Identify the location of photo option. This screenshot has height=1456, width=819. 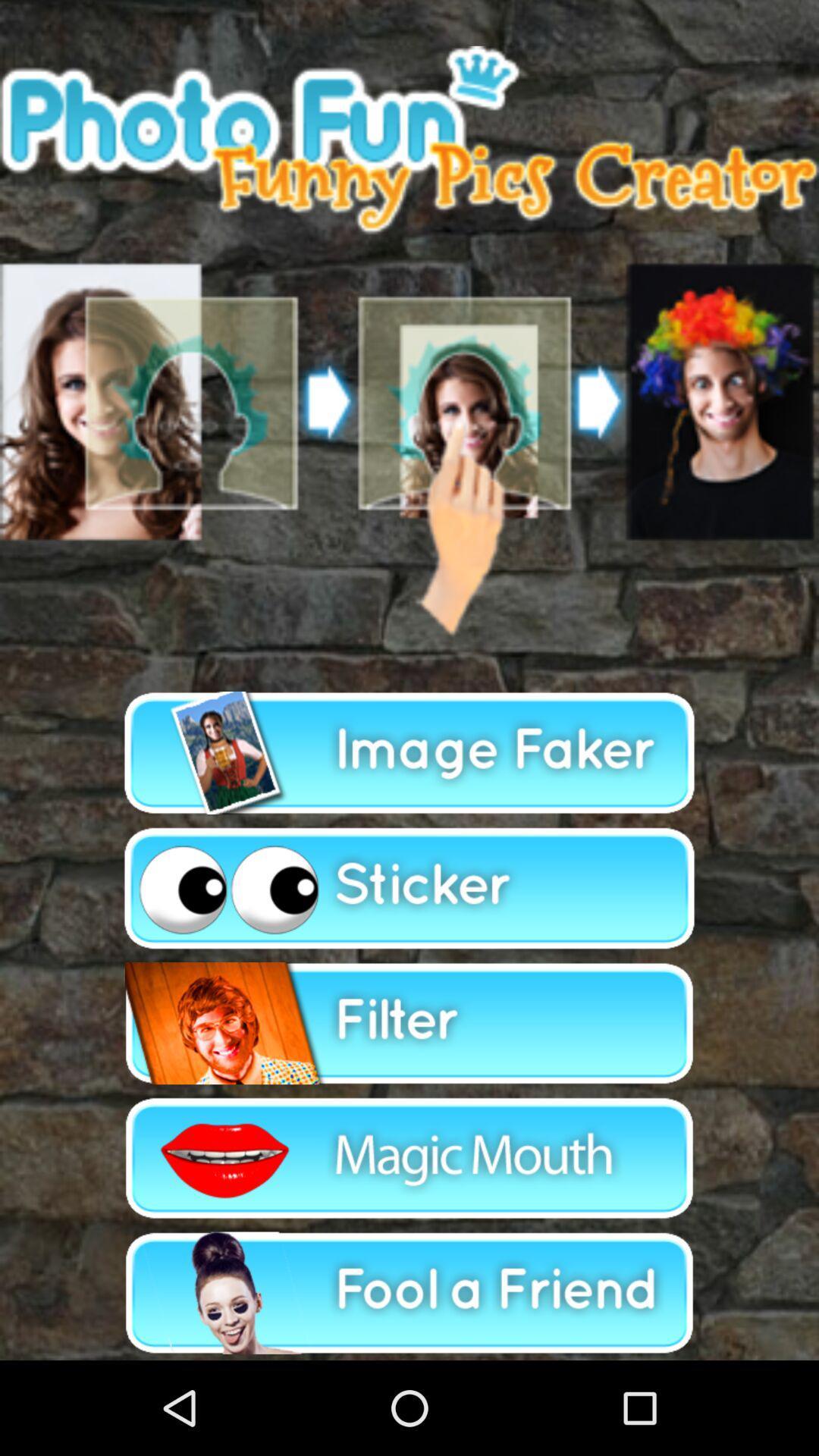
(409, 341).